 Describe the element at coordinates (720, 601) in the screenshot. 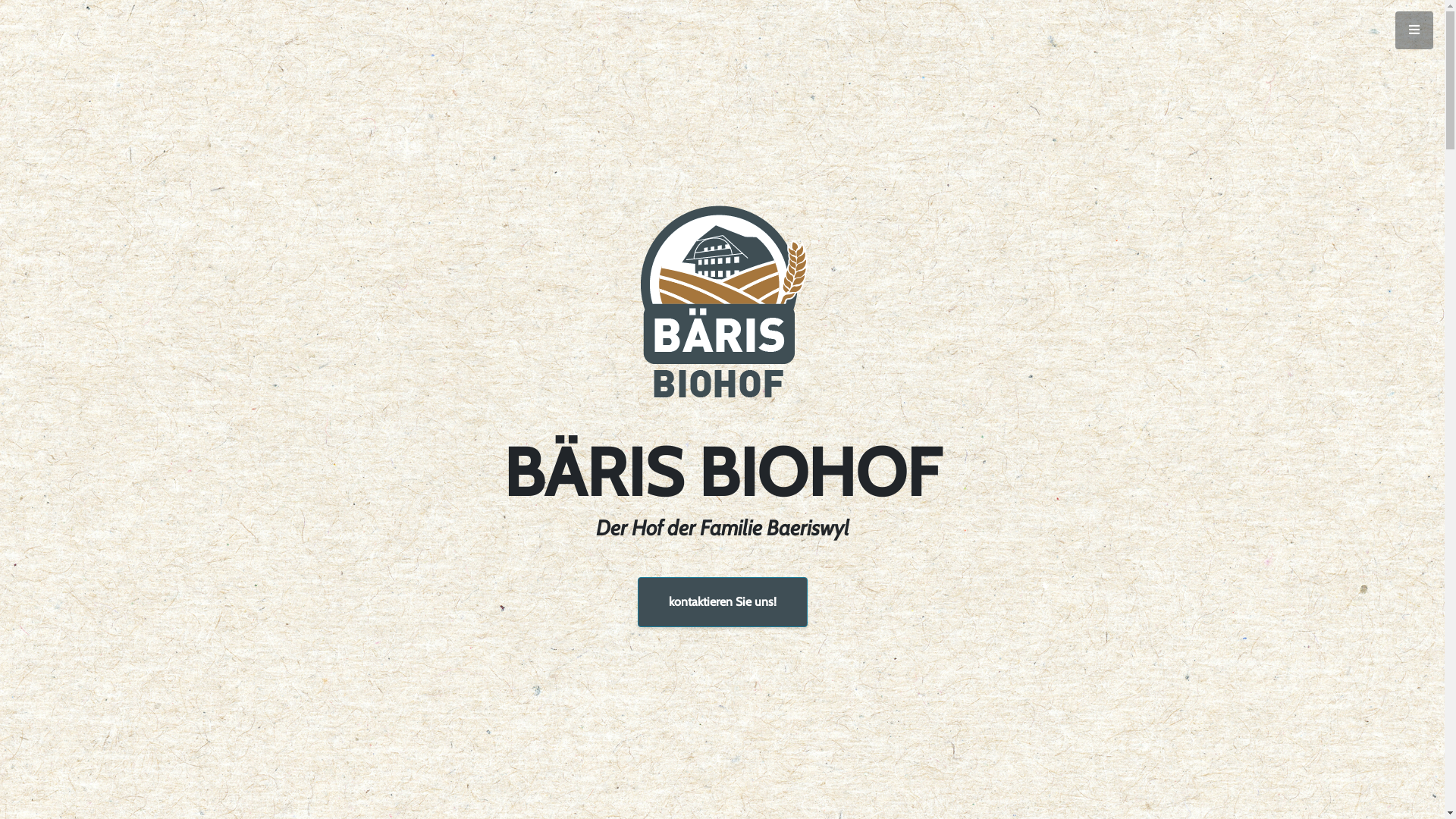

I see `'kontaktieren Sie uns!'` at that location.